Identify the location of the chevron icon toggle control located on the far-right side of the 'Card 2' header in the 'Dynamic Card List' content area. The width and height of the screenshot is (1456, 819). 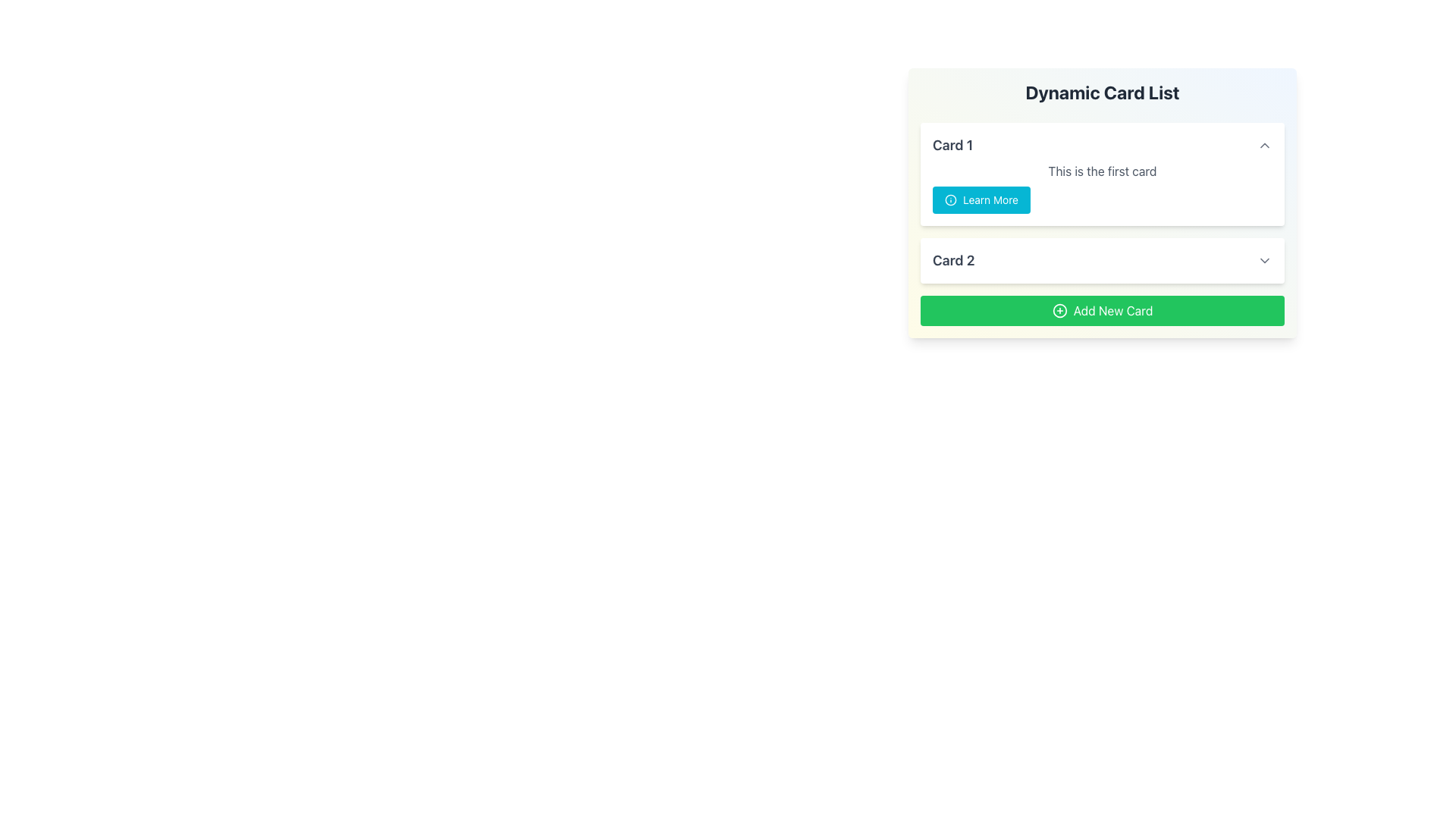
(1265, 259).